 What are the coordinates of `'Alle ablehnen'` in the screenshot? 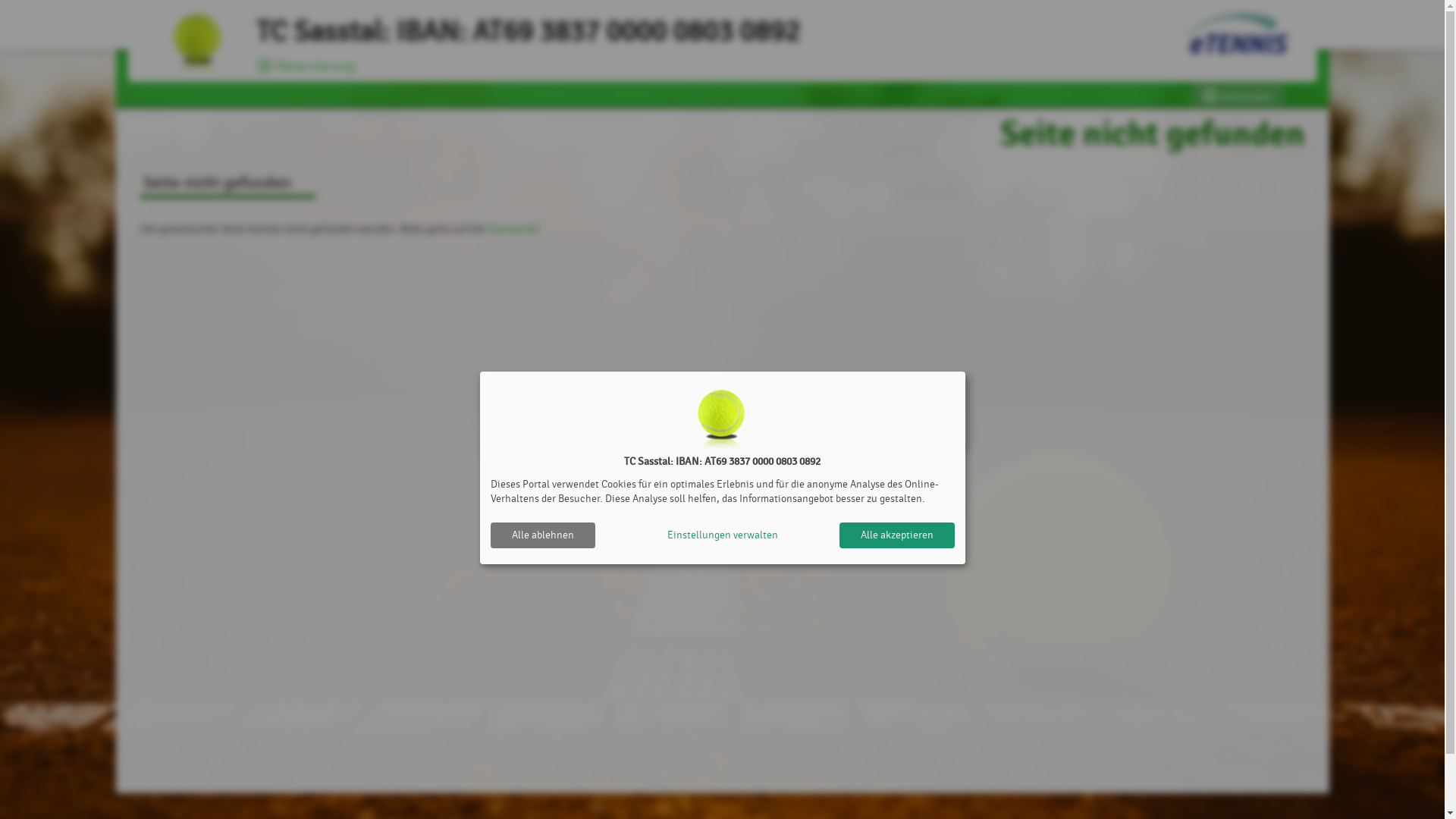 It's located at (542, 534).